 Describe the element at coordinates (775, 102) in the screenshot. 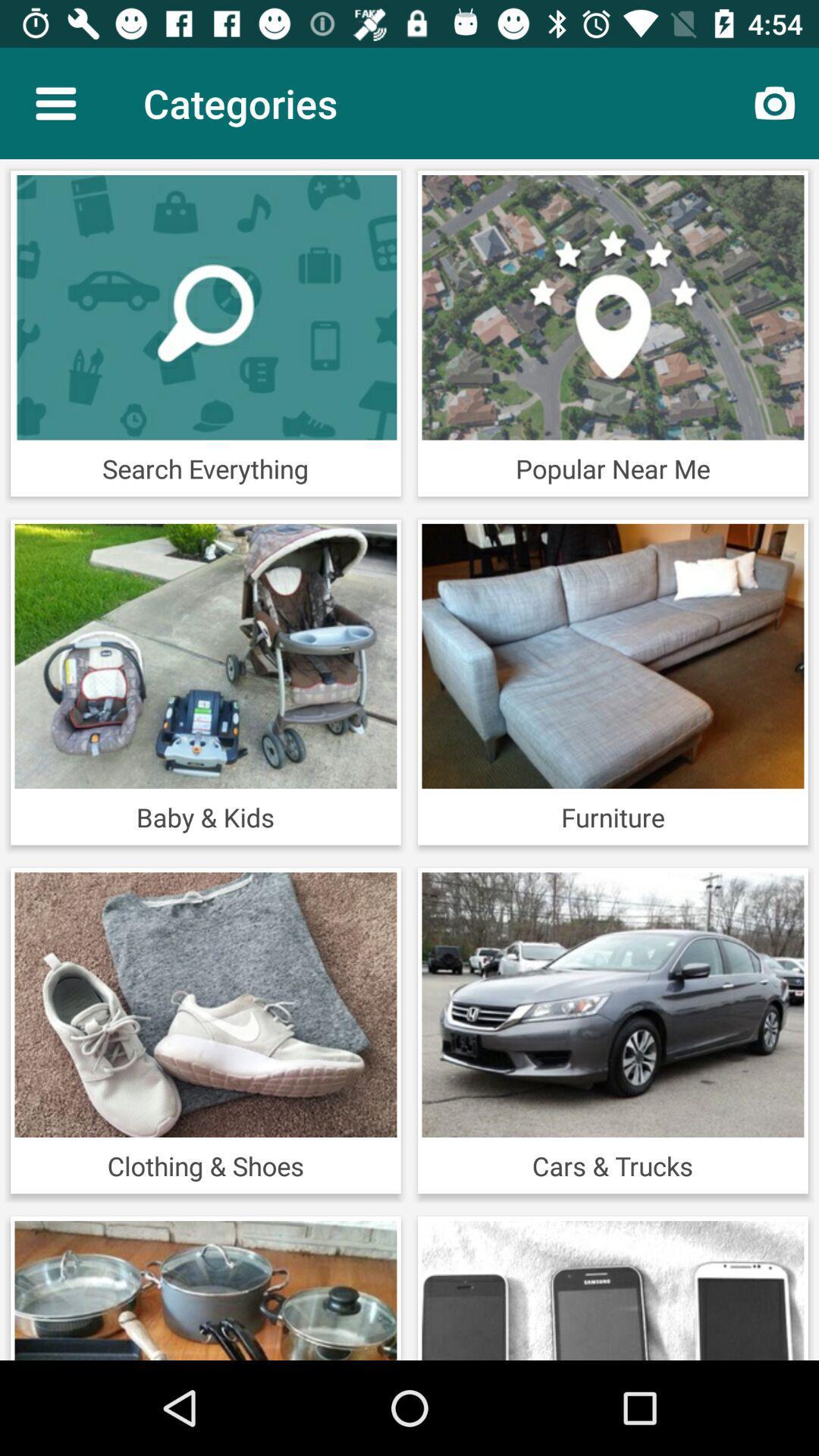

I see `the item next to categories icon` at that location.